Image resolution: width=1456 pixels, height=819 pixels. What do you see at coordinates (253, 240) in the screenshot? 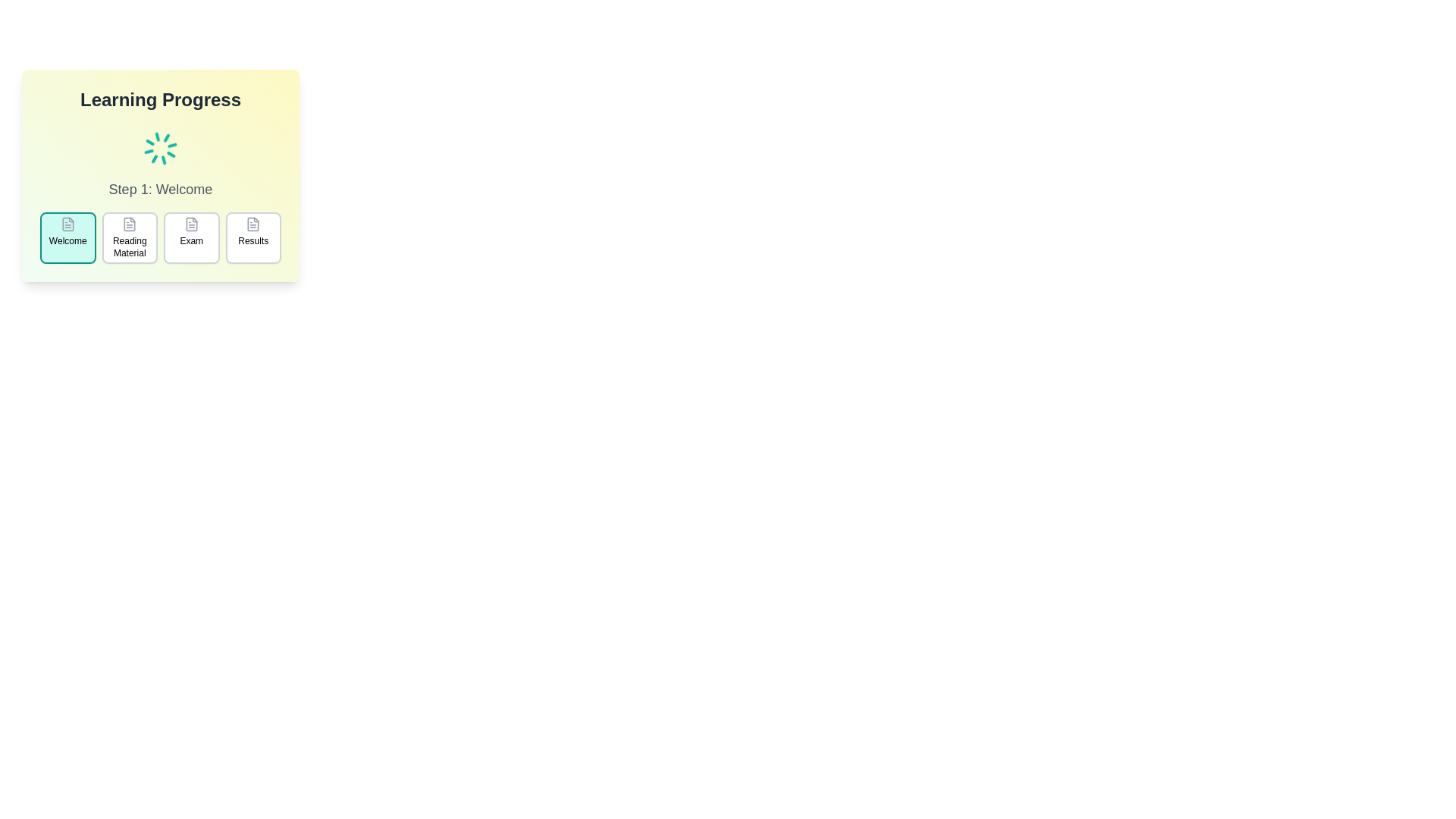
I see `the text label at the bottom-center of the last card in the 'Learning Progress' section` at bounding box center [253, 240].